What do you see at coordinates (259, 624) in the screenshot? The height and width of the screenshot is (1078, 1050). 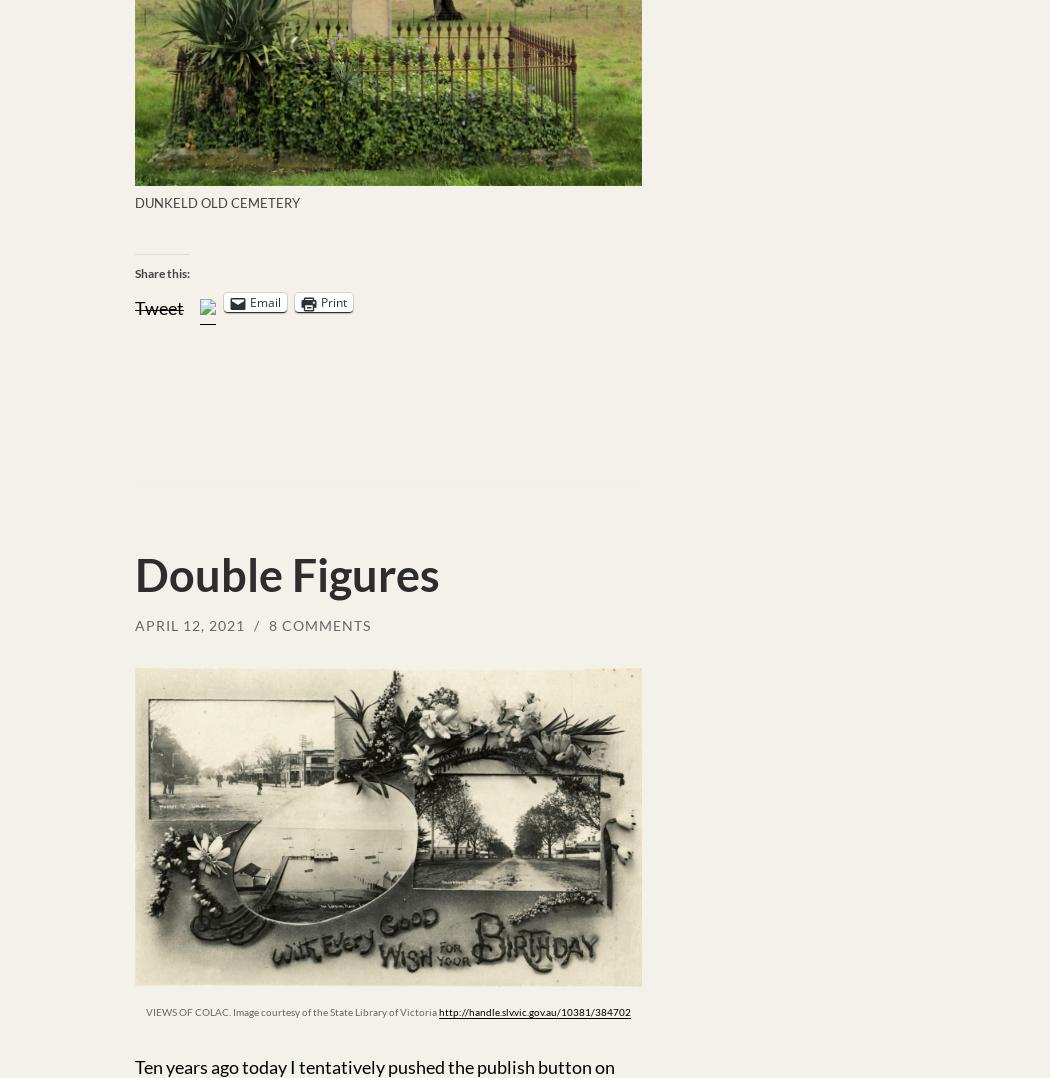 I see `'/'` at bounding box center [259, 624].